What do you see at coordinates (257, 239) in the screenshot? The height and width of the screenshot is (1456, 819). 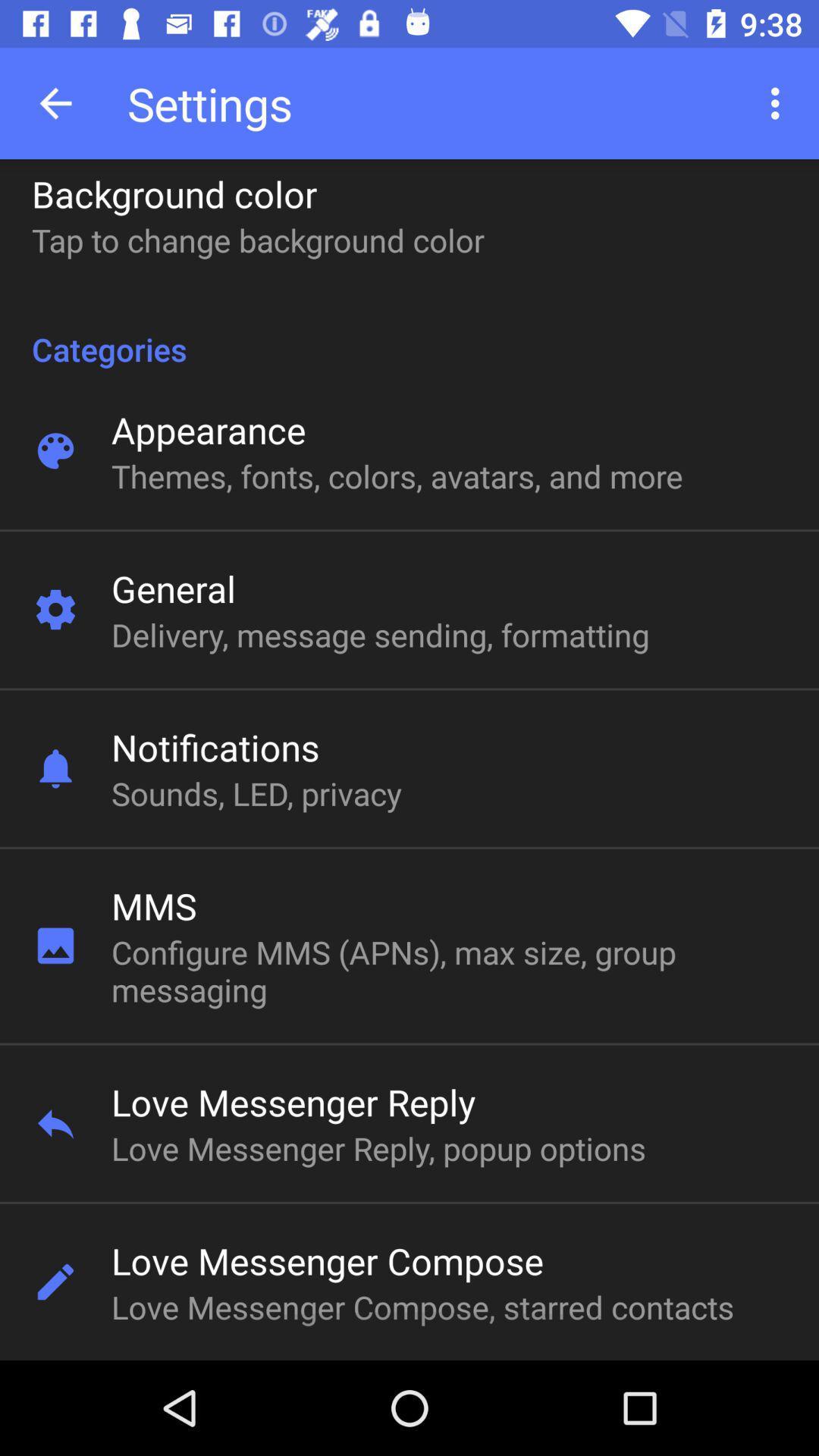 I see `the tap to change icon` at bounding box center [257, 239].